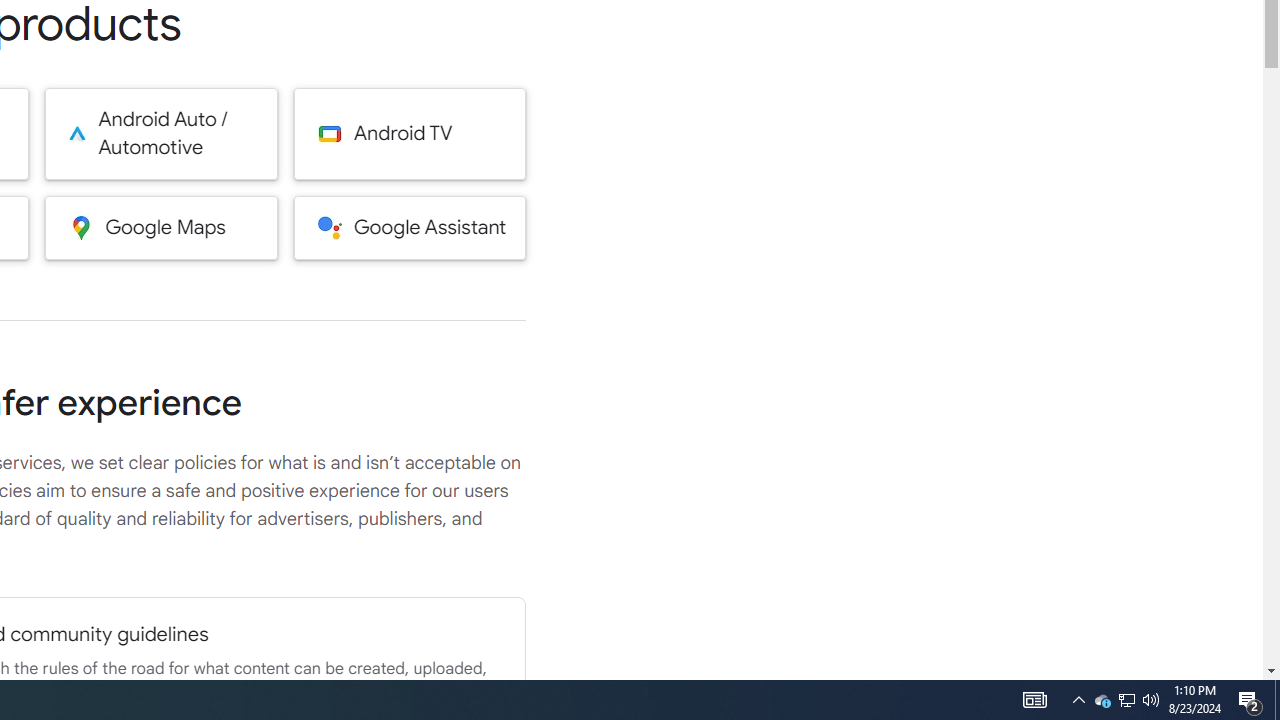  Describe the element at coordinates (161, 133) in the screenshot. I see `'Android Auto / Automotive'` at that location.